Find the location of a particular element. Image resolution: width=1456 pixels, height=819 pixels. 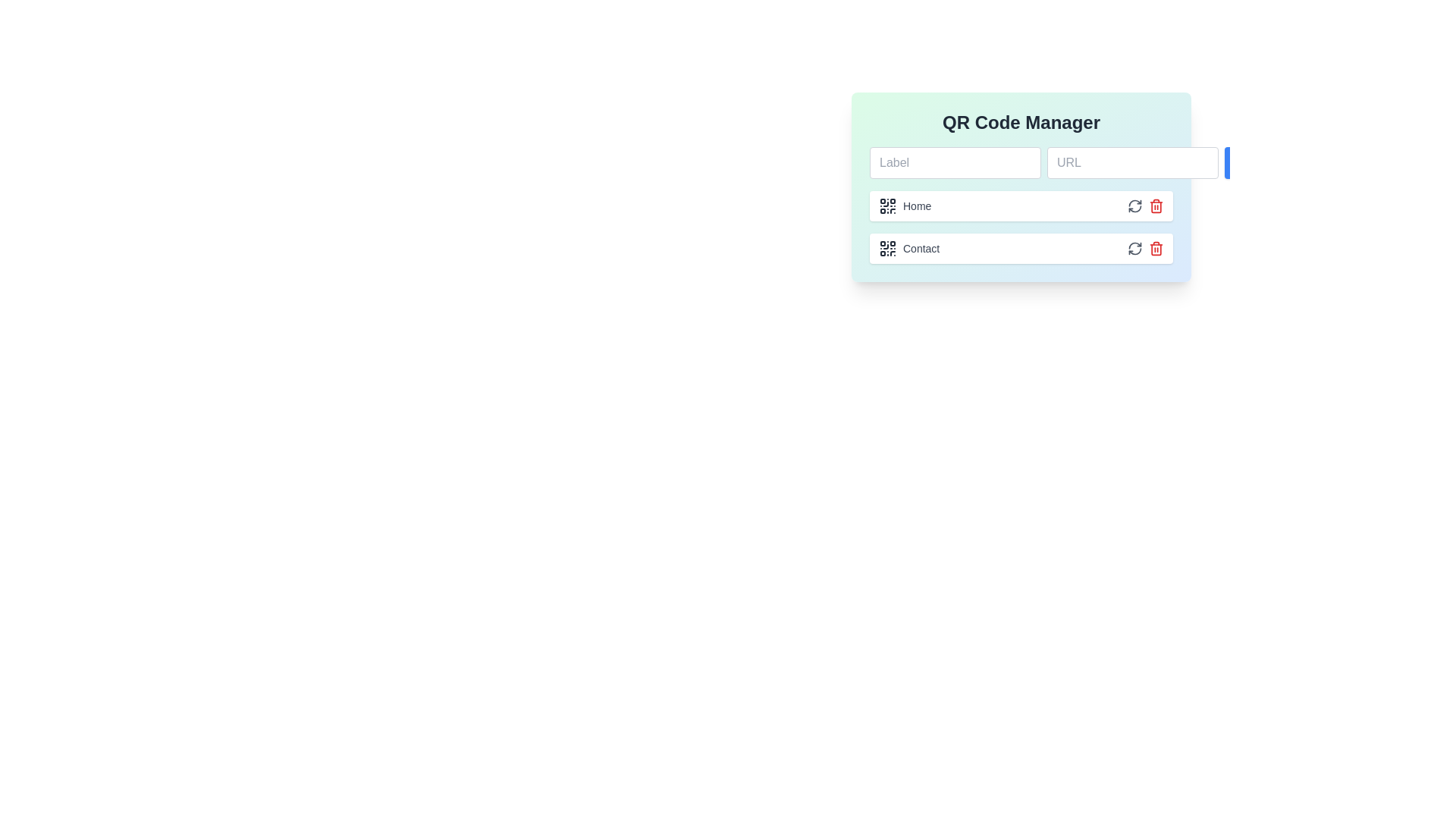

the trash bin icon button, which is red and positioned on the far right of the second row in the 'QR Code Manager' interface is located at coordinates (1156, 247).